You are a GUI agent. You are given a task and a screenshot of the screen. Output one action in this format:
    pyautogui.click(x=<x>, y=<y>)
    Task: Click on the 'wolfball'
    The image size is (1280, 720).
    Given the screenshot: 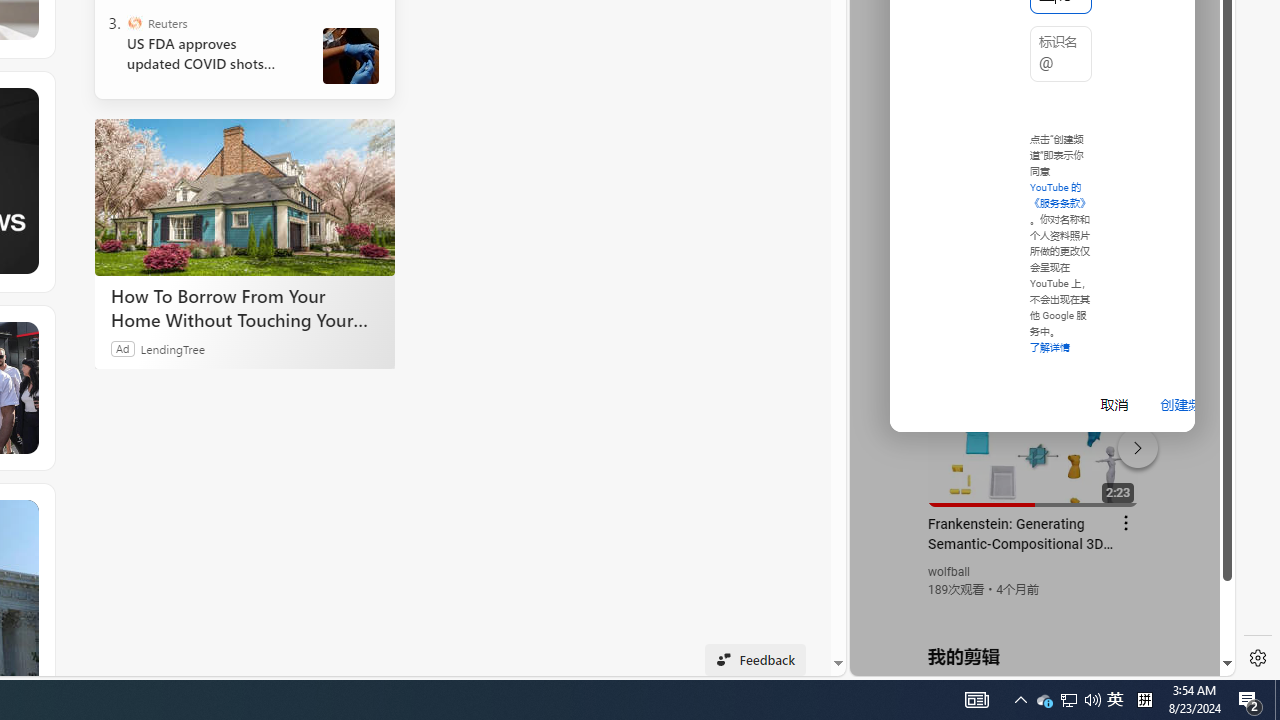 What is the action you would take?
    pyautogui.click(x=948, y=572)
    